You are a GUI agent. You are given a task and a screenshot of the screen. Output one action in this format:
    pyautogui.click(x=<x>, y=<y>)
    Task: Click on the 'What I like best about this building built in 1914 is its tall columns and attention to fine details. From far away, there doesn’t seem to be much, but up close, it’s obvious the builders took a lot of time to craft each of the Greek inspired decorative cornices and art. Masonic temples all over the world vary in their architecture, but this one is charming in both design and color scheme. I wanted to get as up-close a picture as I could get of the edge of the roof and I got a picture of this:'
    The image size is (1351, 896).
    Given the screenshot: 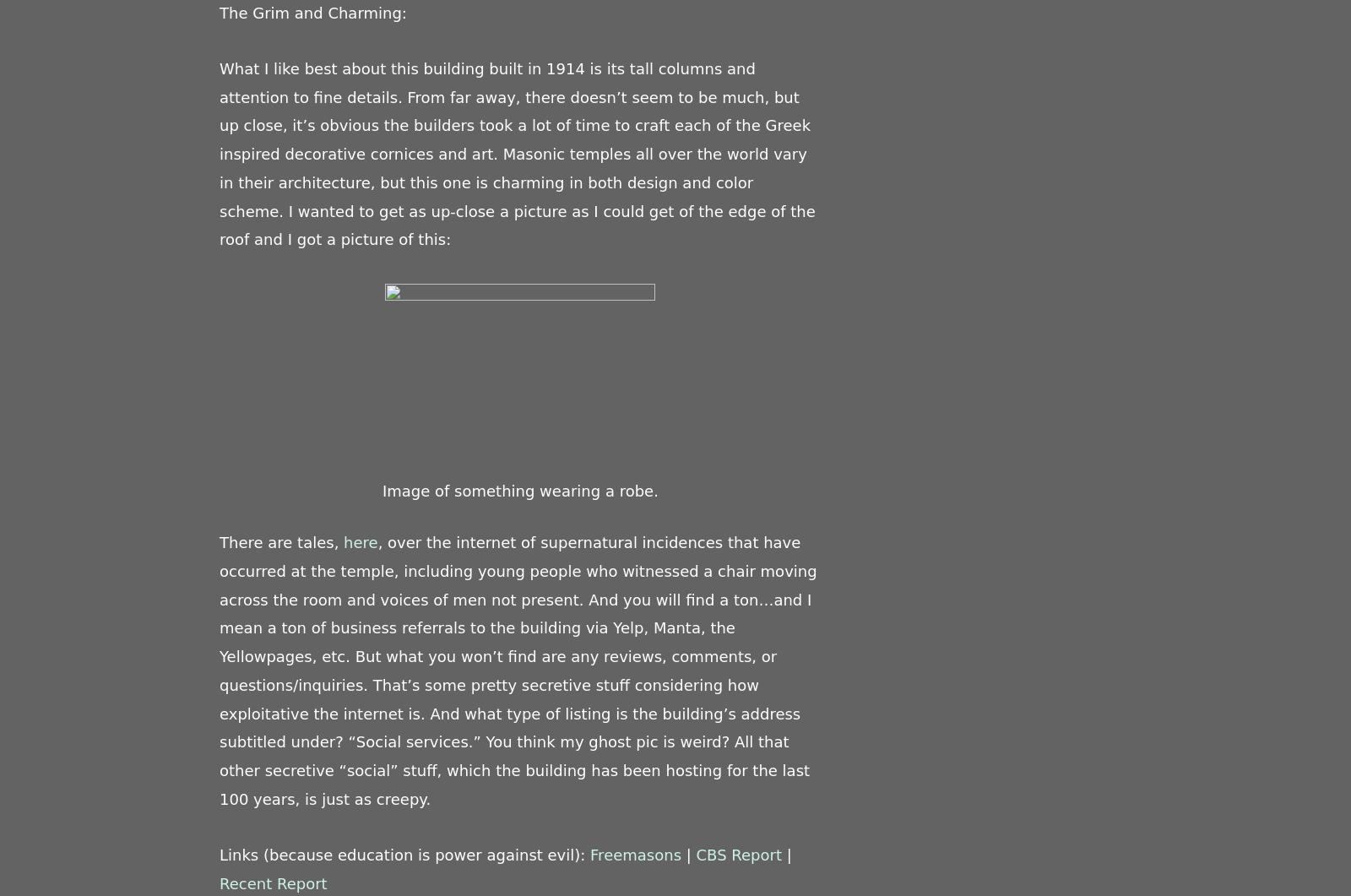 What is the action you would take?
    pyautogui.click(x=517, y=152)
    